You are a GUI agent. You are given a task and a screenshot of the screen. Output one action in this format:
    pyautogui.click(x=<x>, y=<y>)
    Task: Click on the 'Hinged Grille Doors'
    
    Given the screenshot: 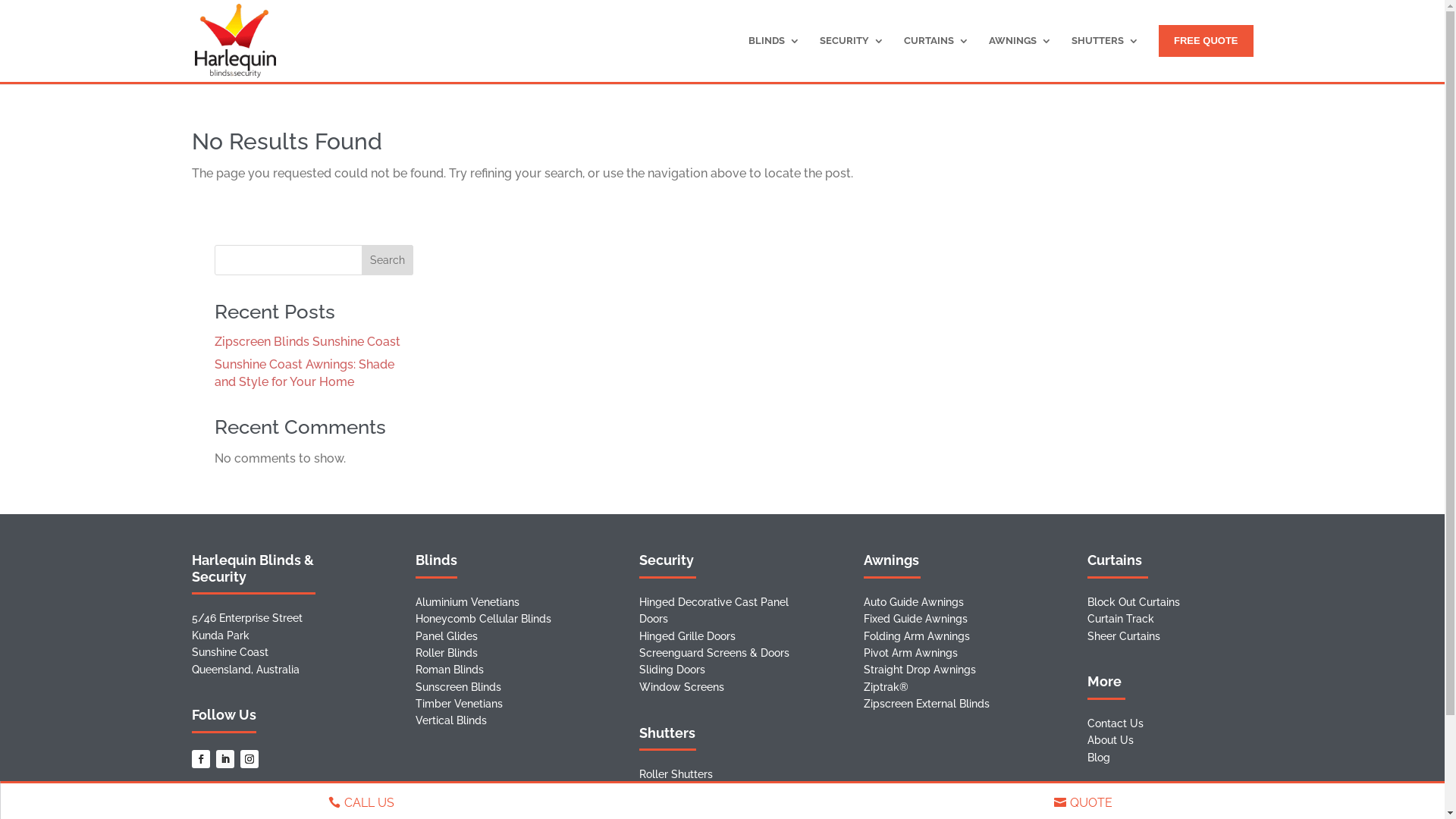 What is the action you would take?
    pyautogui.click(x=686, y=636)
    